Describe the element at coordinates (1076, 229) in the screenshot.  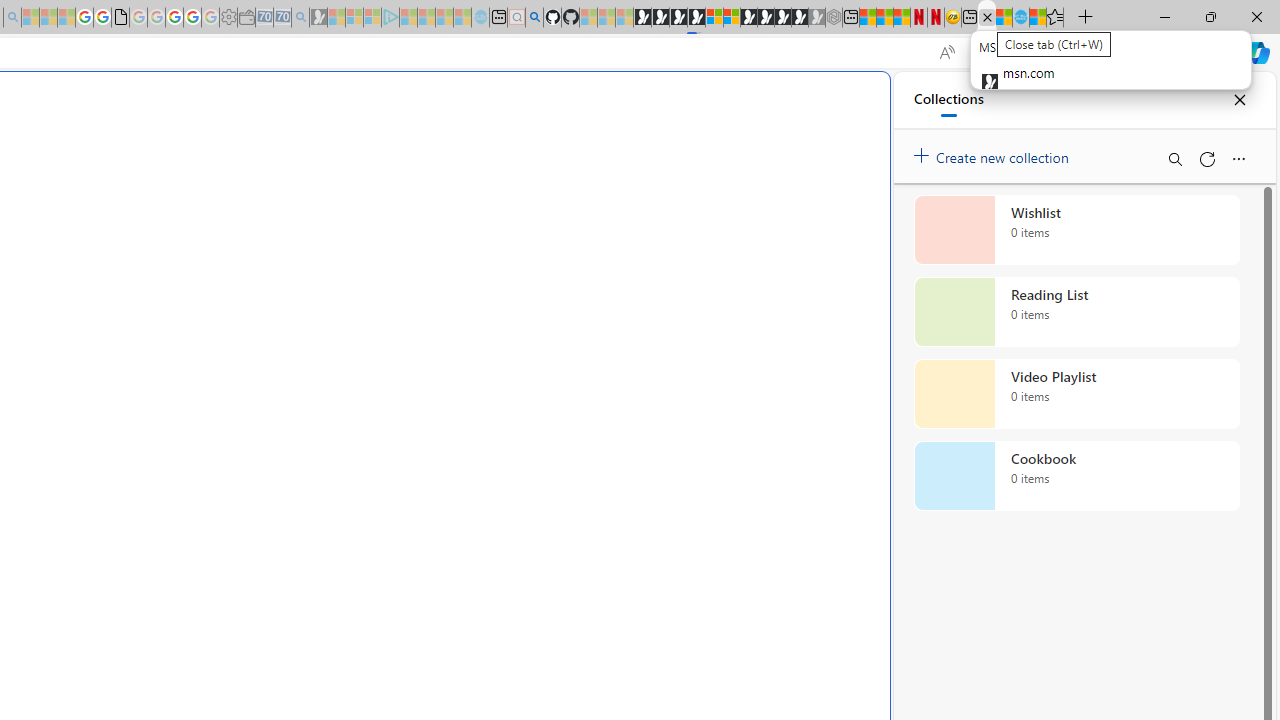
I see `'Wishlist collection, 0 items'` at that location.